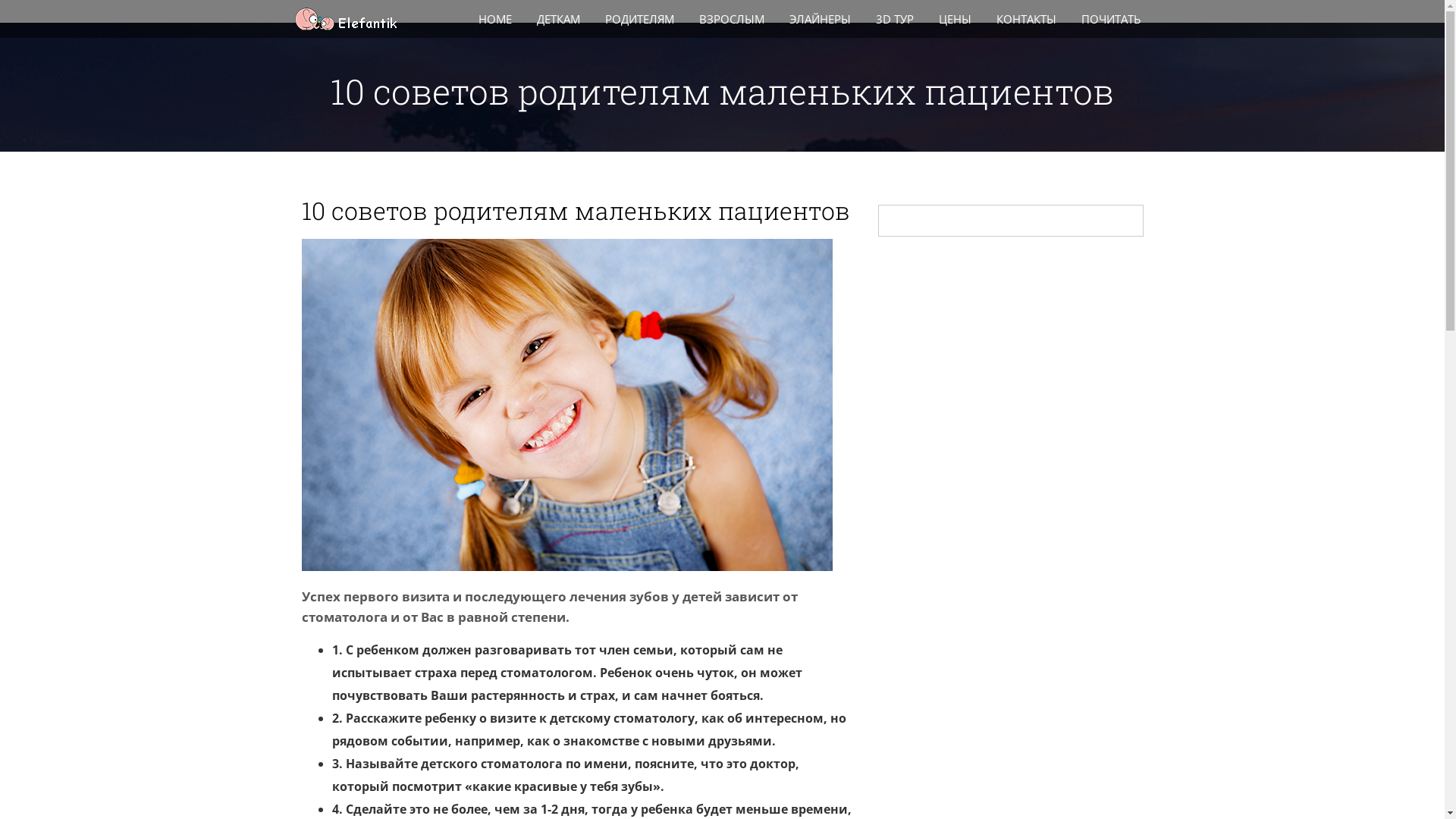 The height and width of the screenshot is (819, 1456). Describe the element at coordinates (495, 18) in the screenshot. I see `'HOME'` at that location.